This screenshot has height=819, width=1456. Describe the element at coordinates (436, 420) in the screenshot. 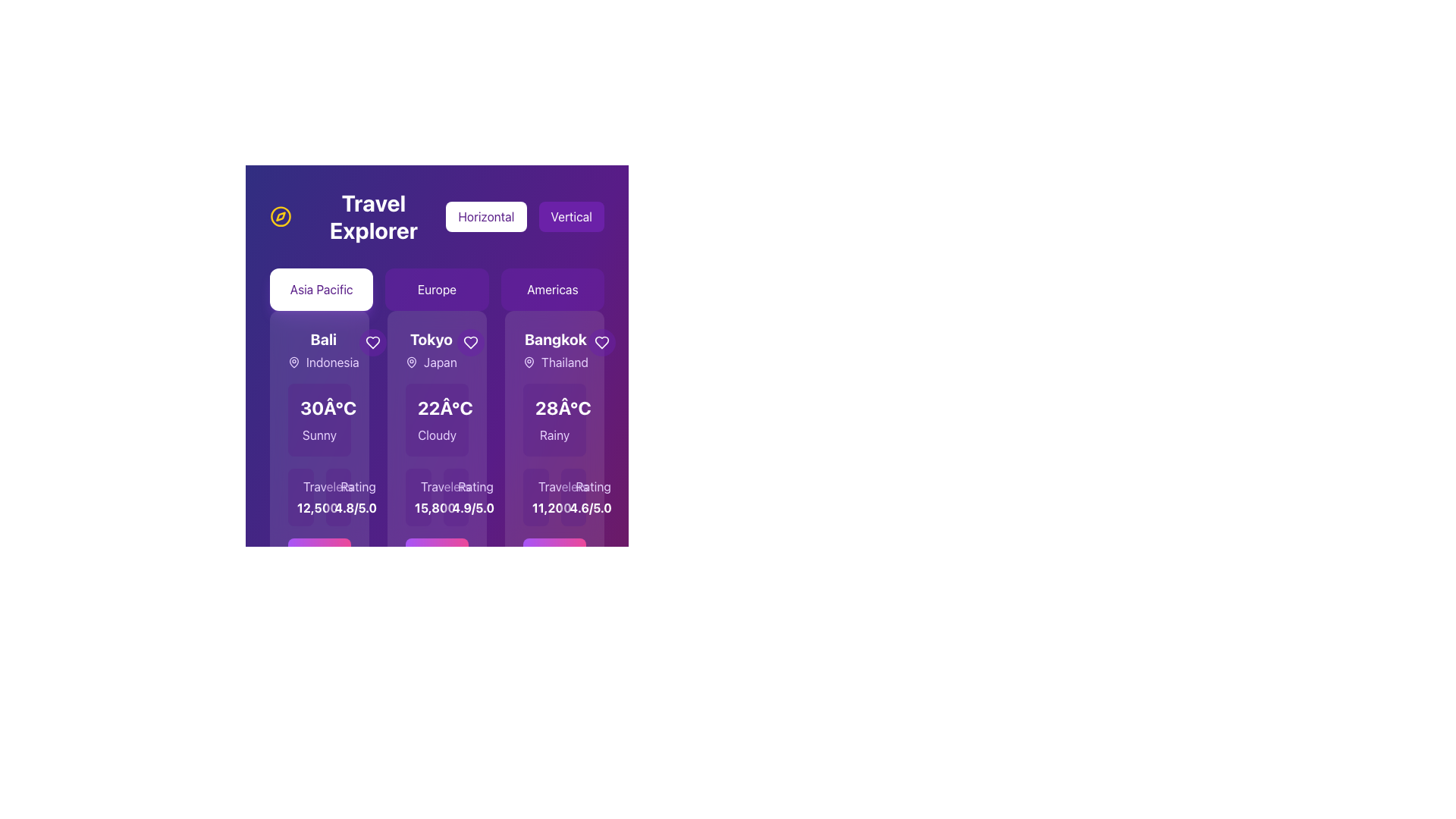

I see `the Information card displaying the weather for Tokyo, positioned under the 'Tokyo' header in the 'Europe' section, between the 'Bali' and 'Bangkok' cards` at that location.